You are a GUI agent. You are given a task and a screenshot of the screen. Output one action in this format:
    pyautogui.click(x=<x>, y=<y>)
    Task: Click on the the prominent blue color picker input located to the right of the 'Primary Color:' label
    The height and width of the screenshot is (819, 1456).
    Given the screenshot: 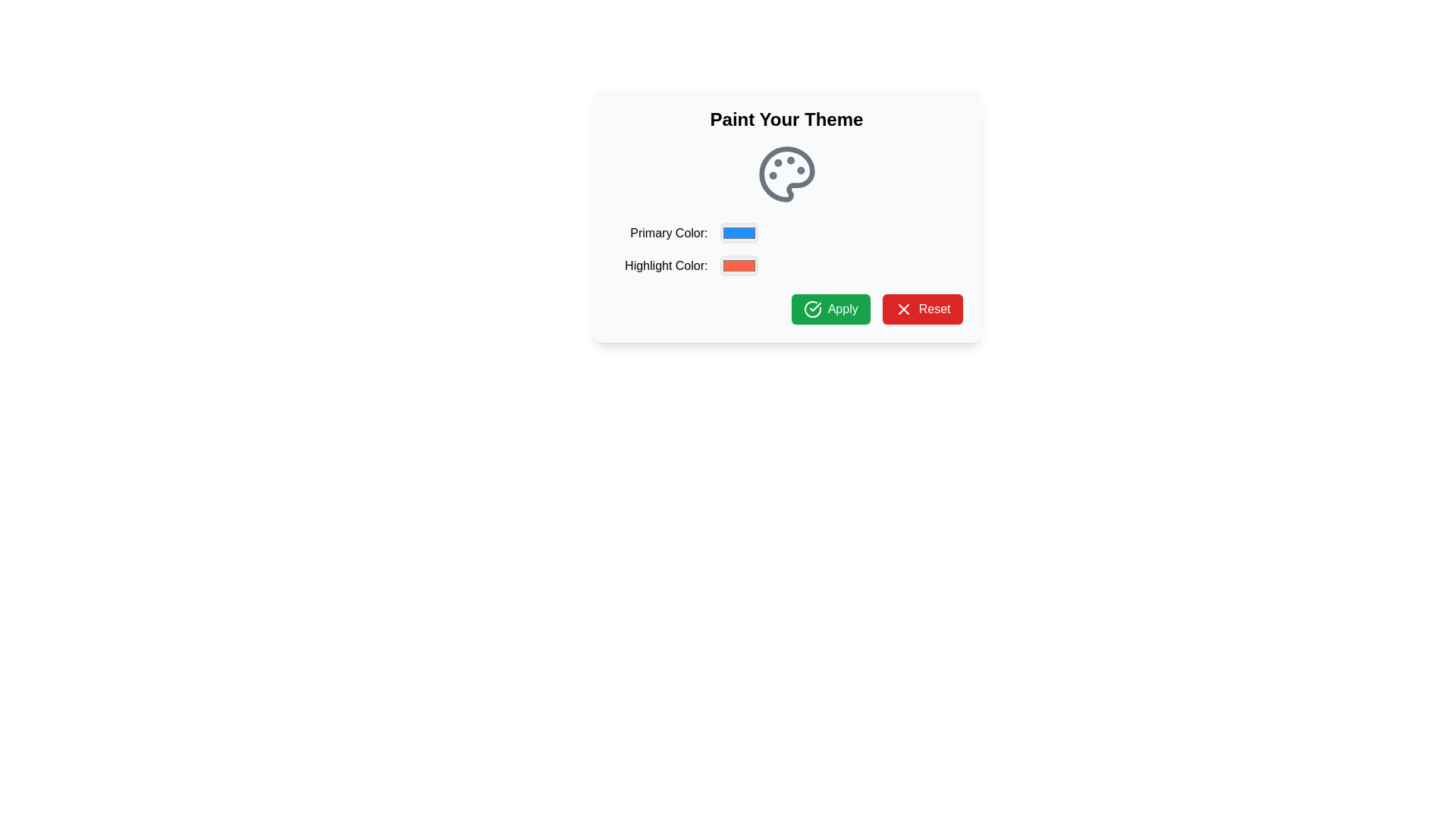 What is the action you would take?
    pyautogui.click(x=739, y=233)
    